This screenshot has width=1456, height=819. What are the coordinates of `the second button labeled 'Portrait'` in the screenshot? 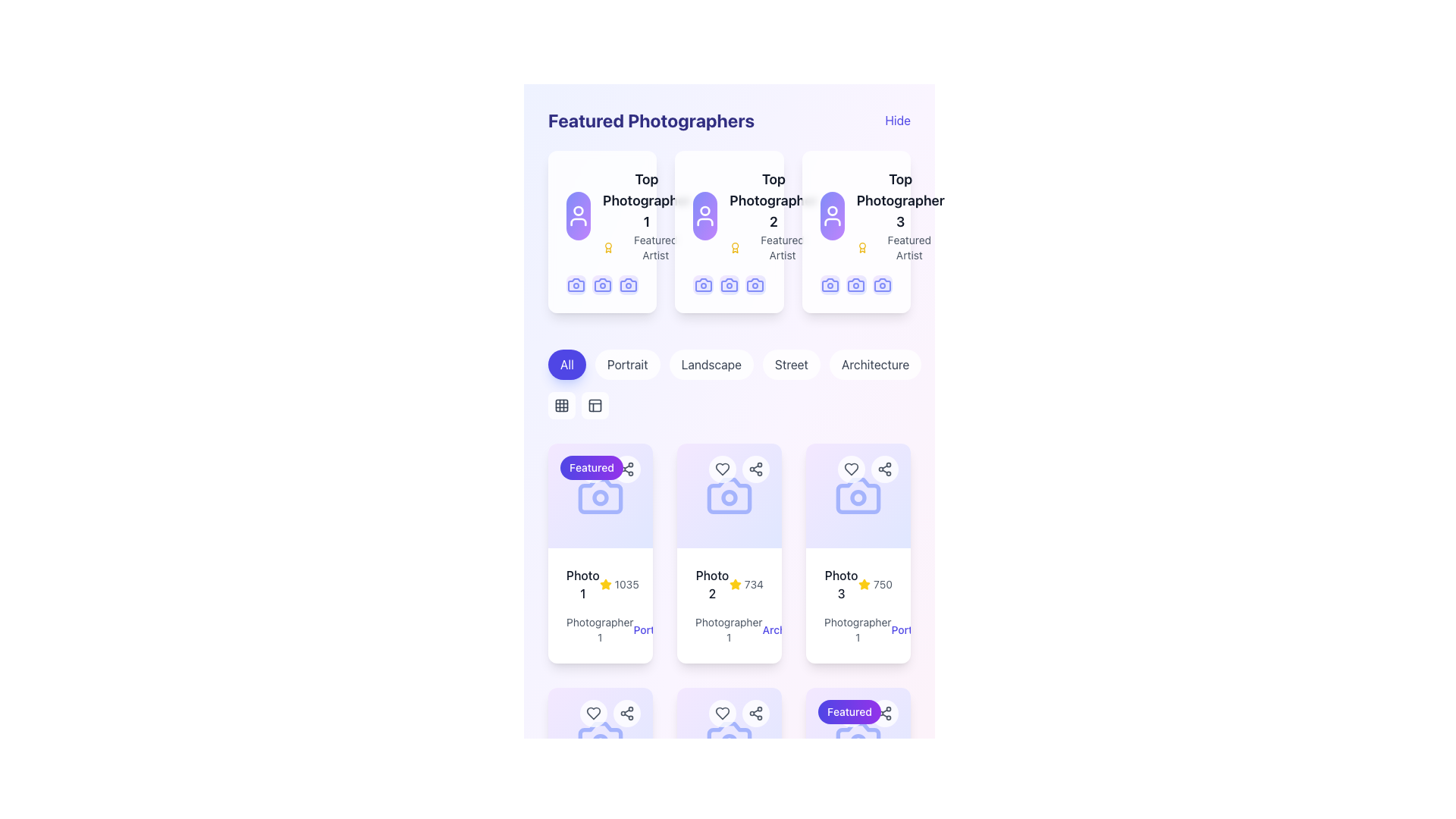 It's located at (627, 365).